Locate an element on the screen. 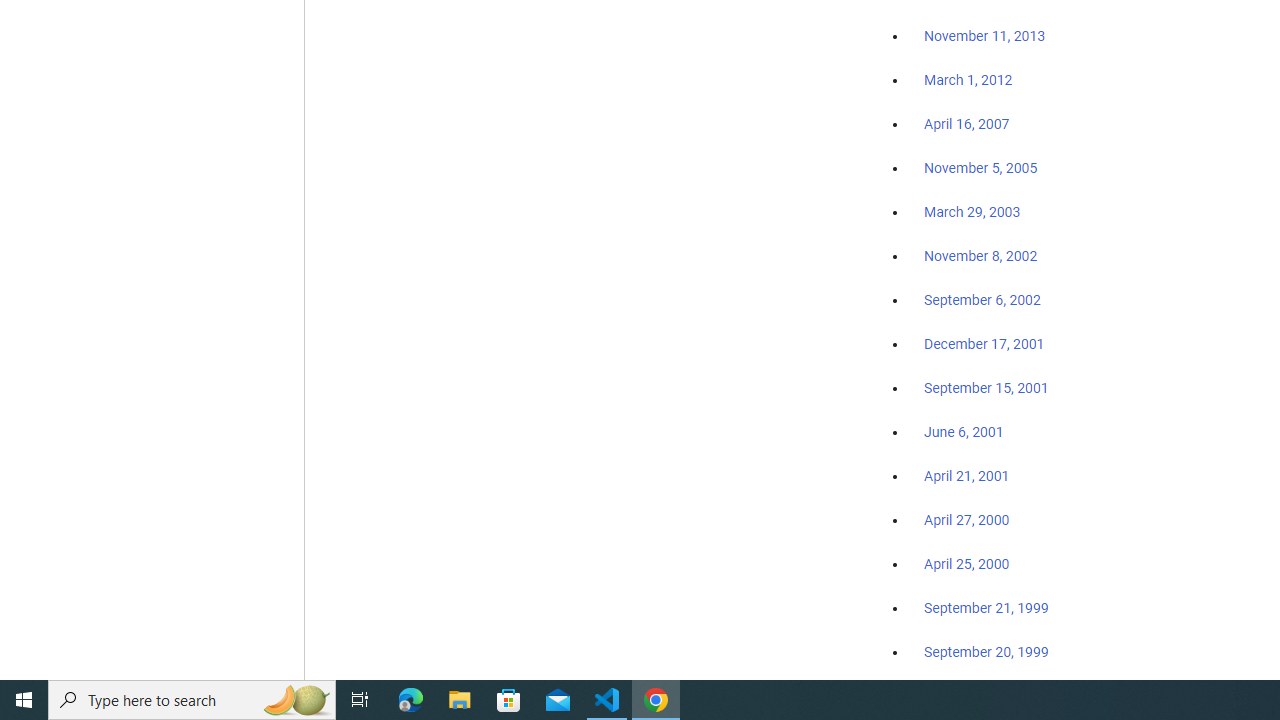  'June 6, 2001' is located at coordinates (963, 431).